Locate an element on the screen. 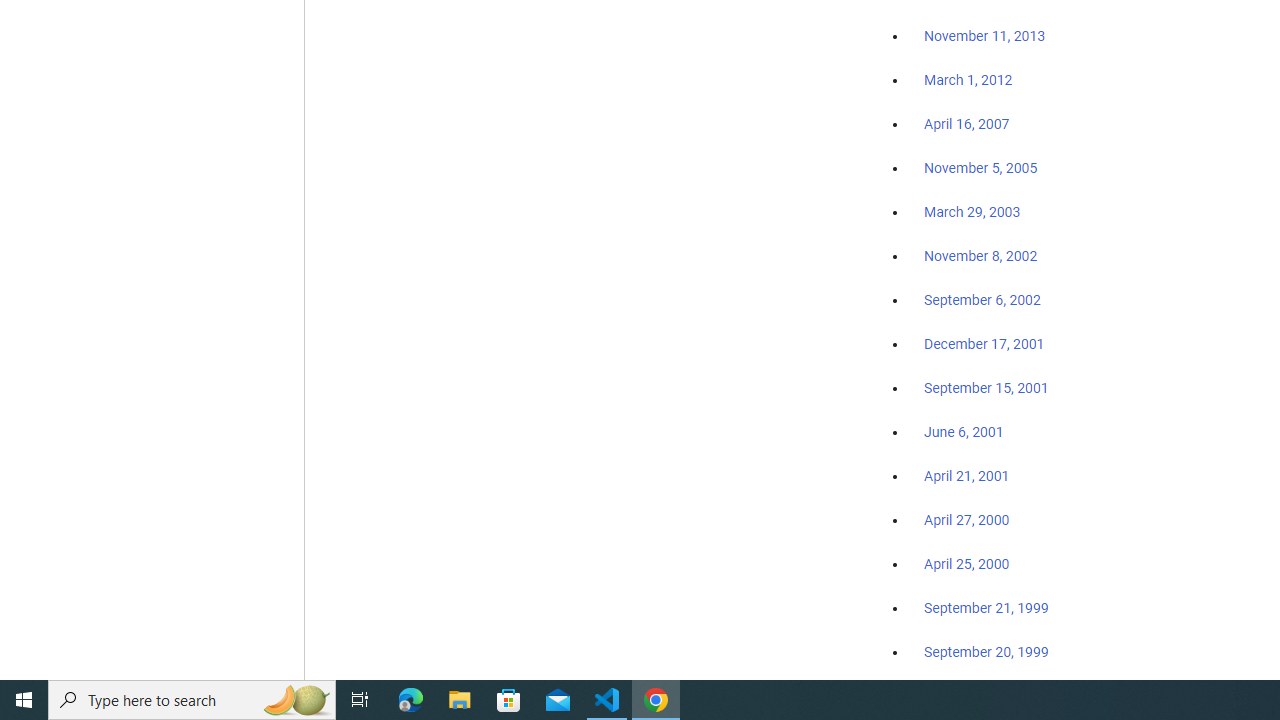  'June 6, 2001' is located at coordinates (963, 431).